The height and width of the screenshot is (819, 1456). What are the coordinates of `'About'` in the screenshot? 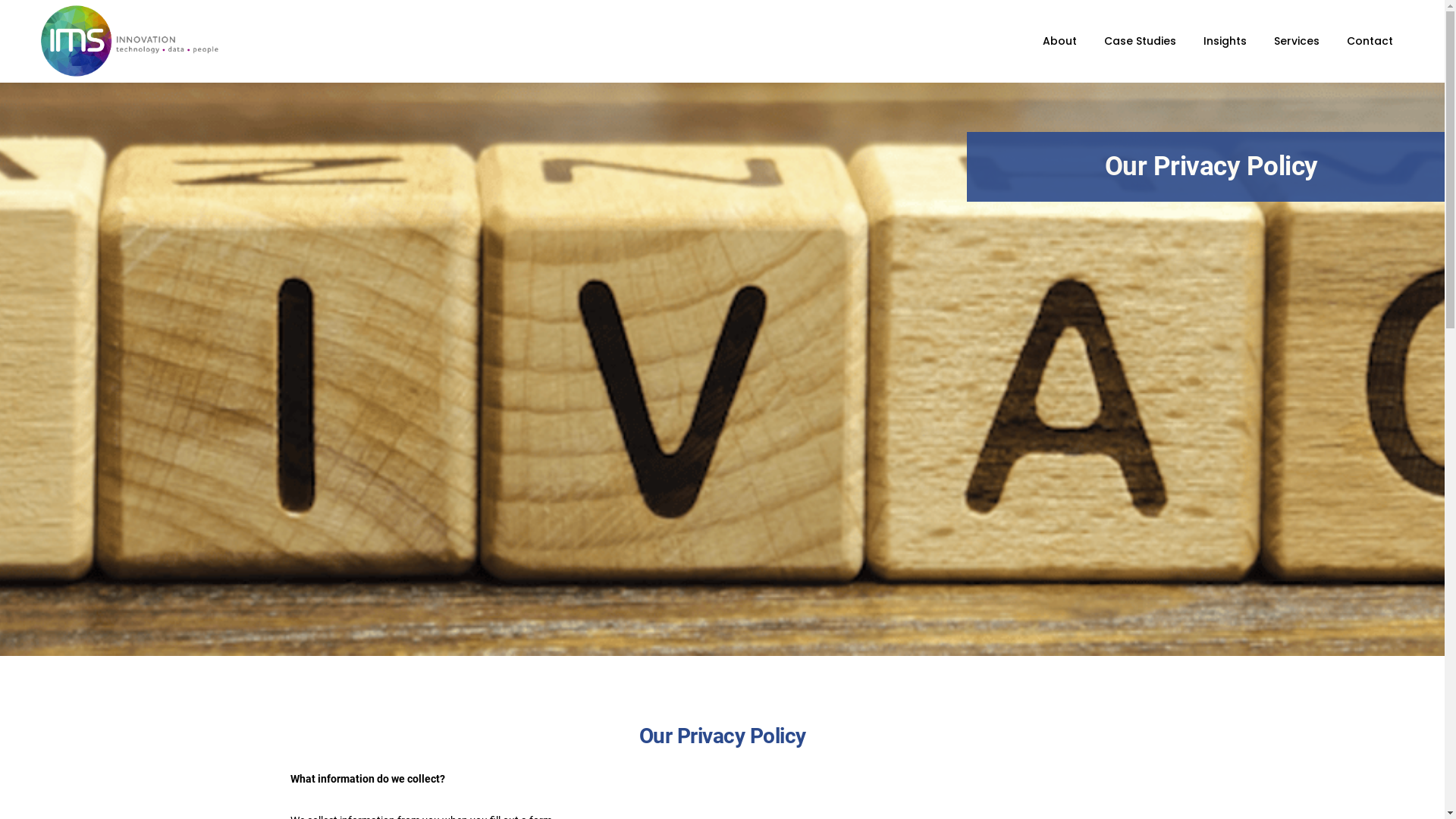 It's located at (1059, 40).